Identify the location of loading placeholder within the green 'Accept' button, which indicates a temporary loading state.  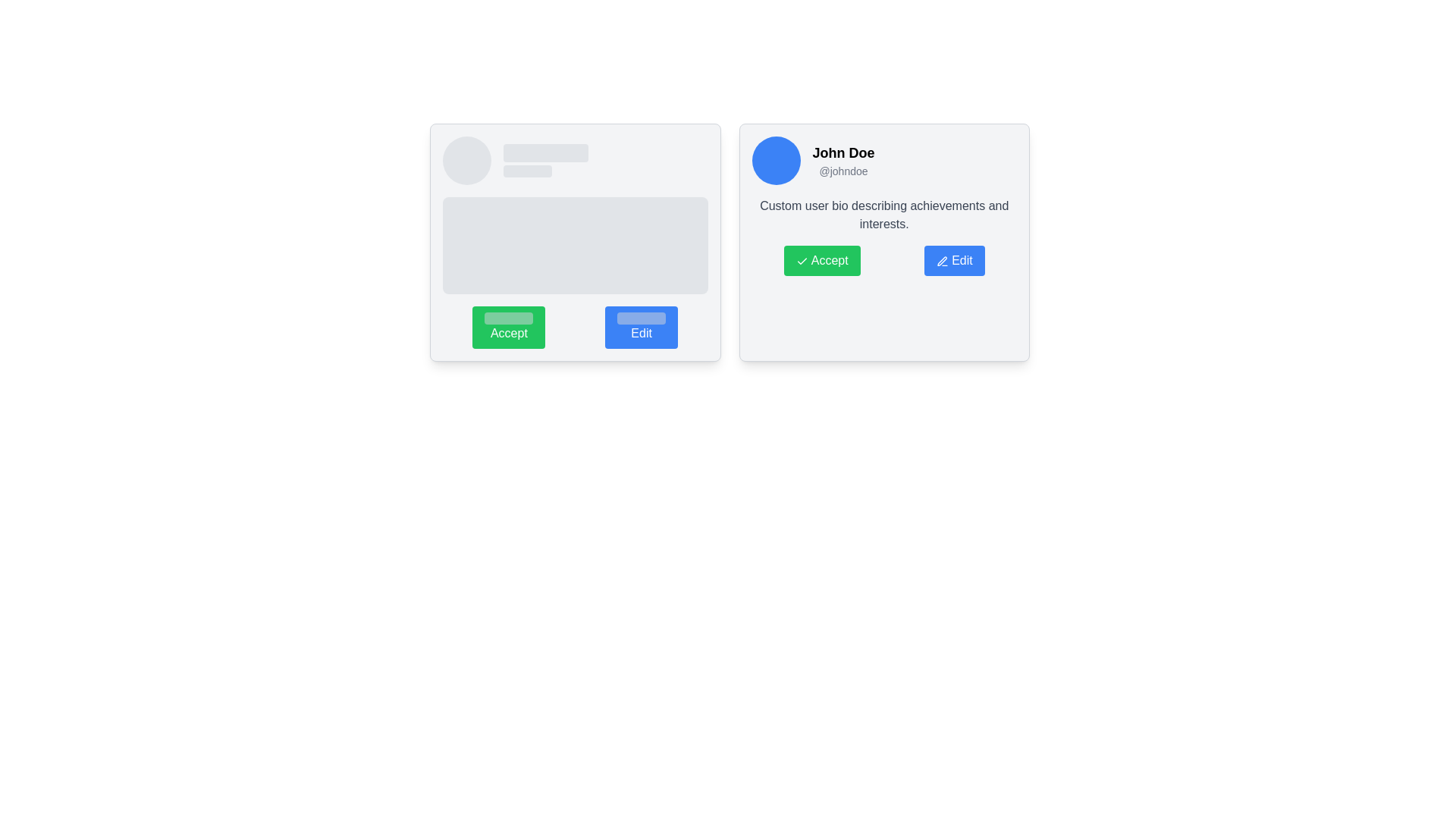
(509, 318).